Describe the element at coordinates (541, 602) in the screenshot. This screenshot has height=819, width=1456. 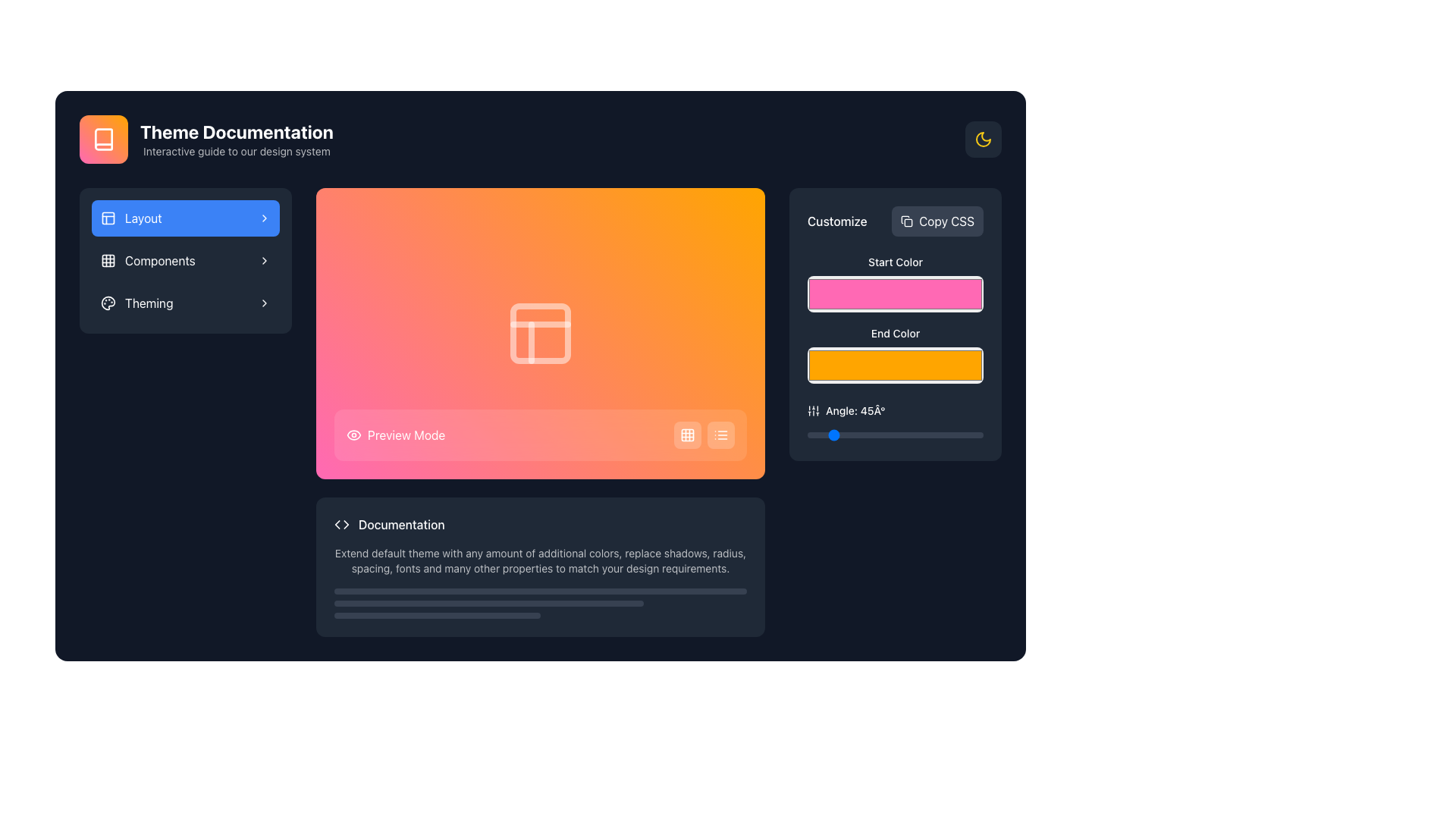
I see `the progress levels visually by interacting with the stacked progress bar group located near the bottom of the 'Documentation' section, centered horizontally` at that location.